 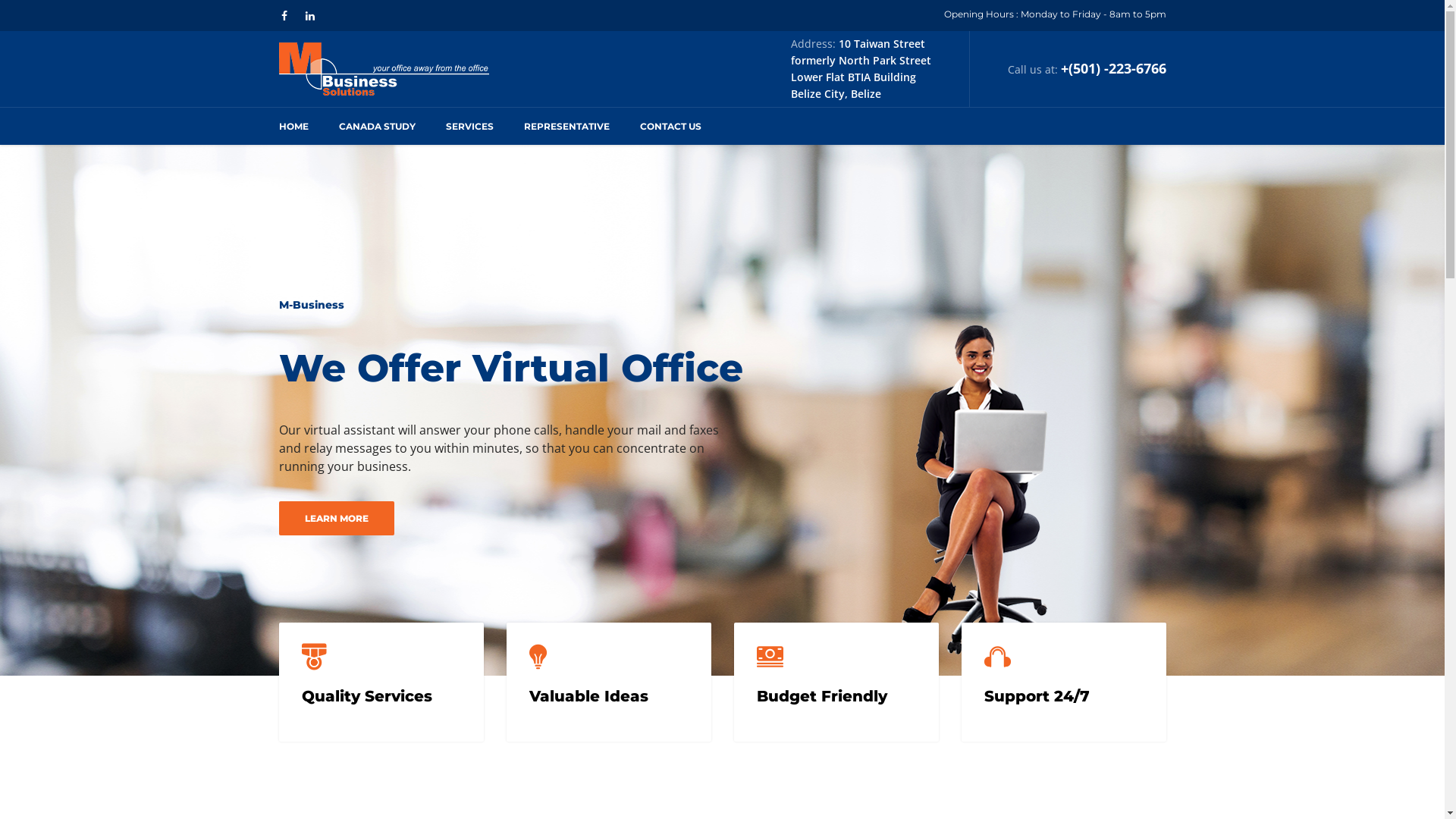 I want to click on 'REPRESENTATIVE', so click(x=508, y=125).